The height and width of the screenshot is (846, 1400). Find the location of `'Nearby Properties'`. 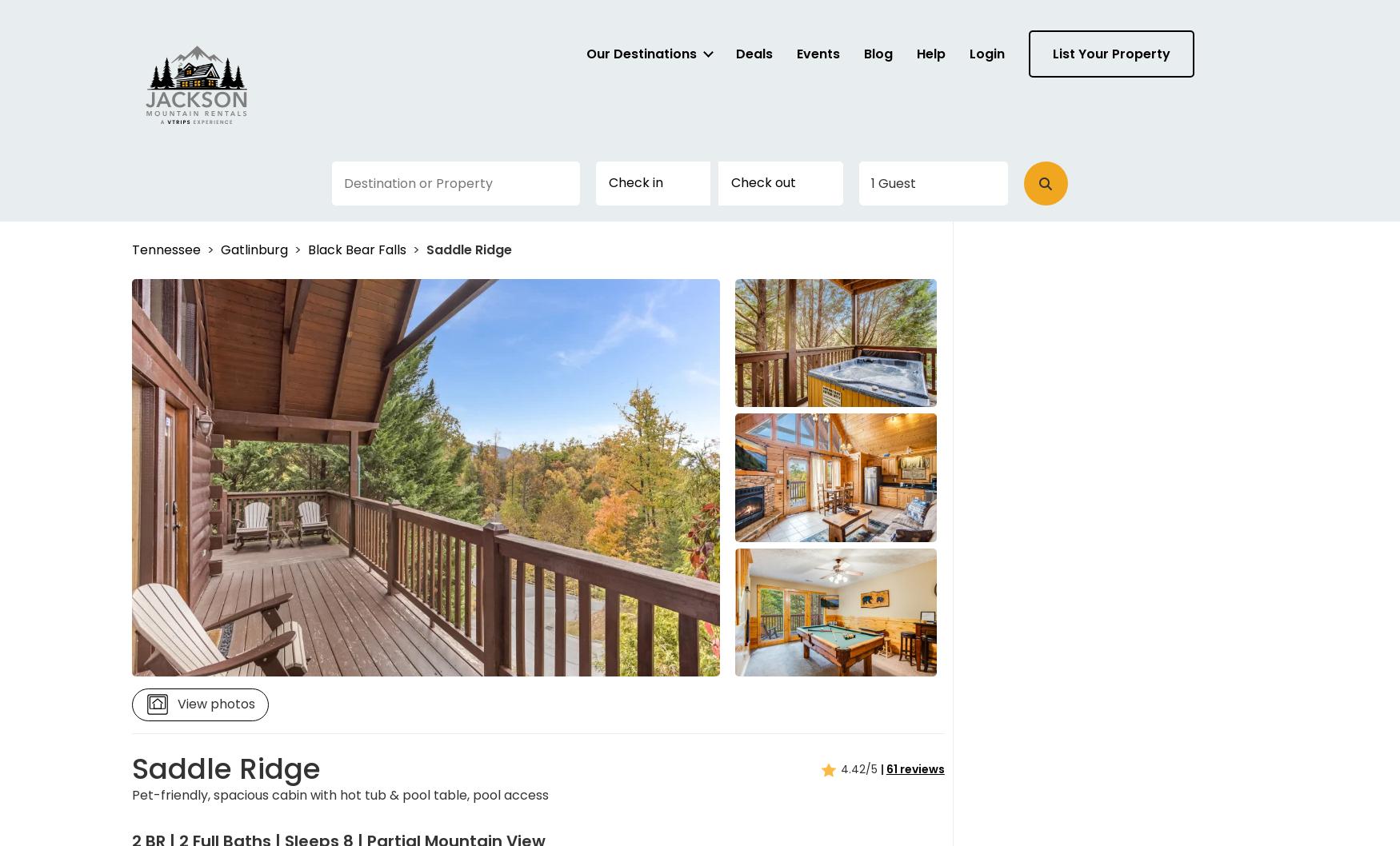

'Nearby Properties' is located at coordinates (262, 812).